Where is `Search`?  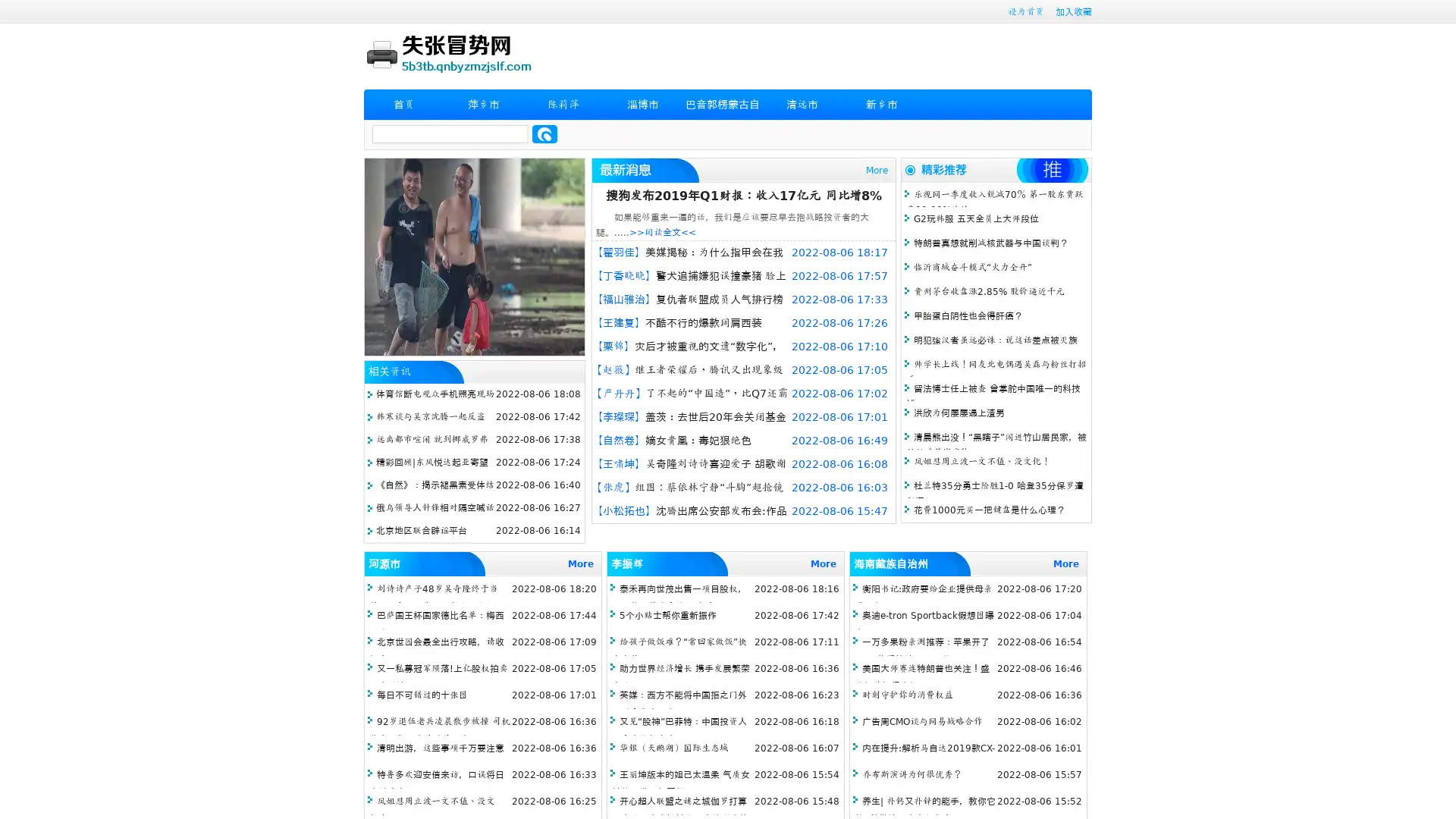 Search is located at coordinates (544, 133).